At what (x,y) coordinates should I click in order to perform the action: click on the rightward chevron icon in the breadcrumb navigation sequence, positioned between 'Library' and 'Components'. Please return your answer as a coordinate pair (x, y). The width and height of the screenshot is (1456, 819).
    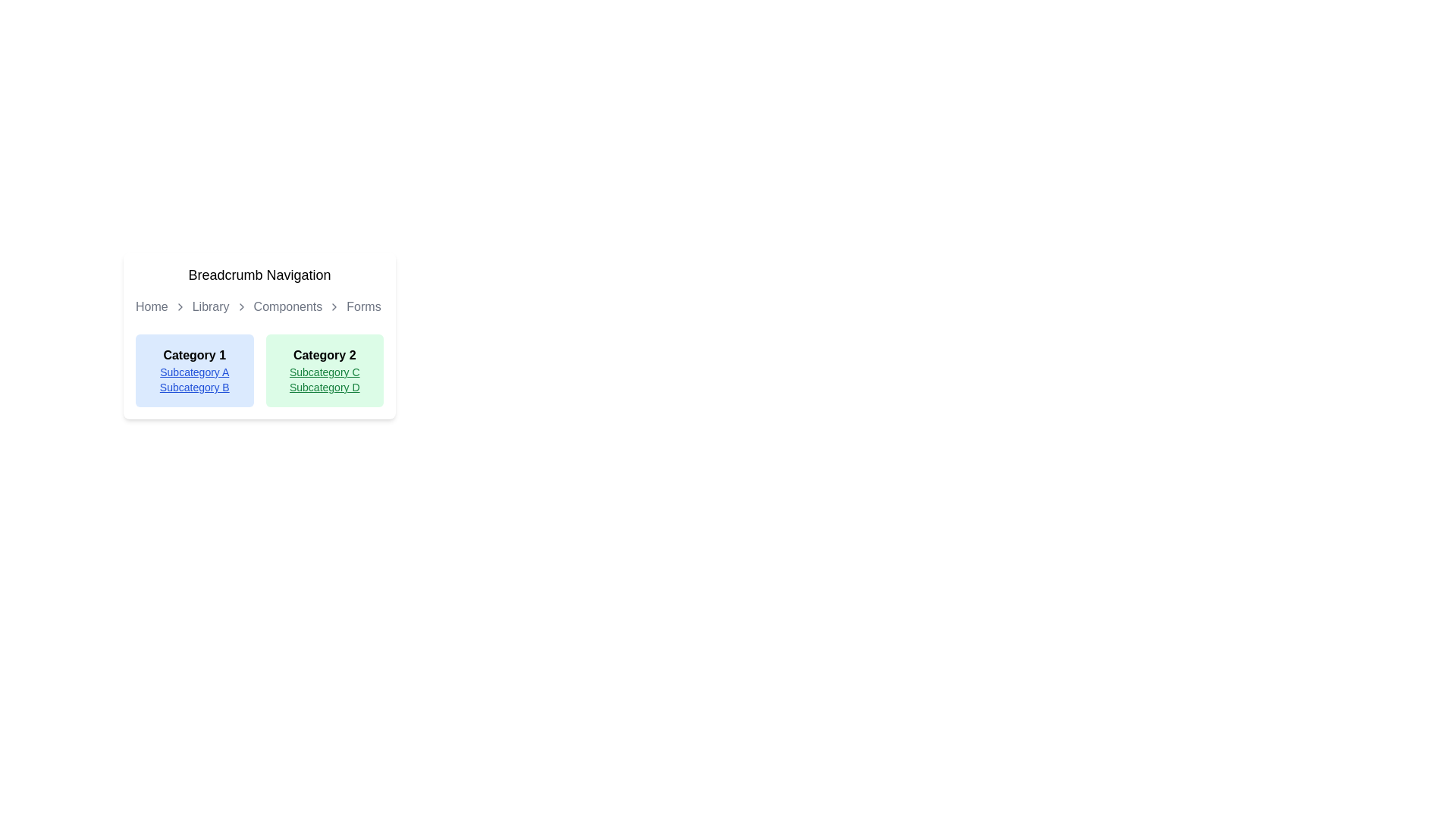
    Looking at the image, I should click on (240, 307).